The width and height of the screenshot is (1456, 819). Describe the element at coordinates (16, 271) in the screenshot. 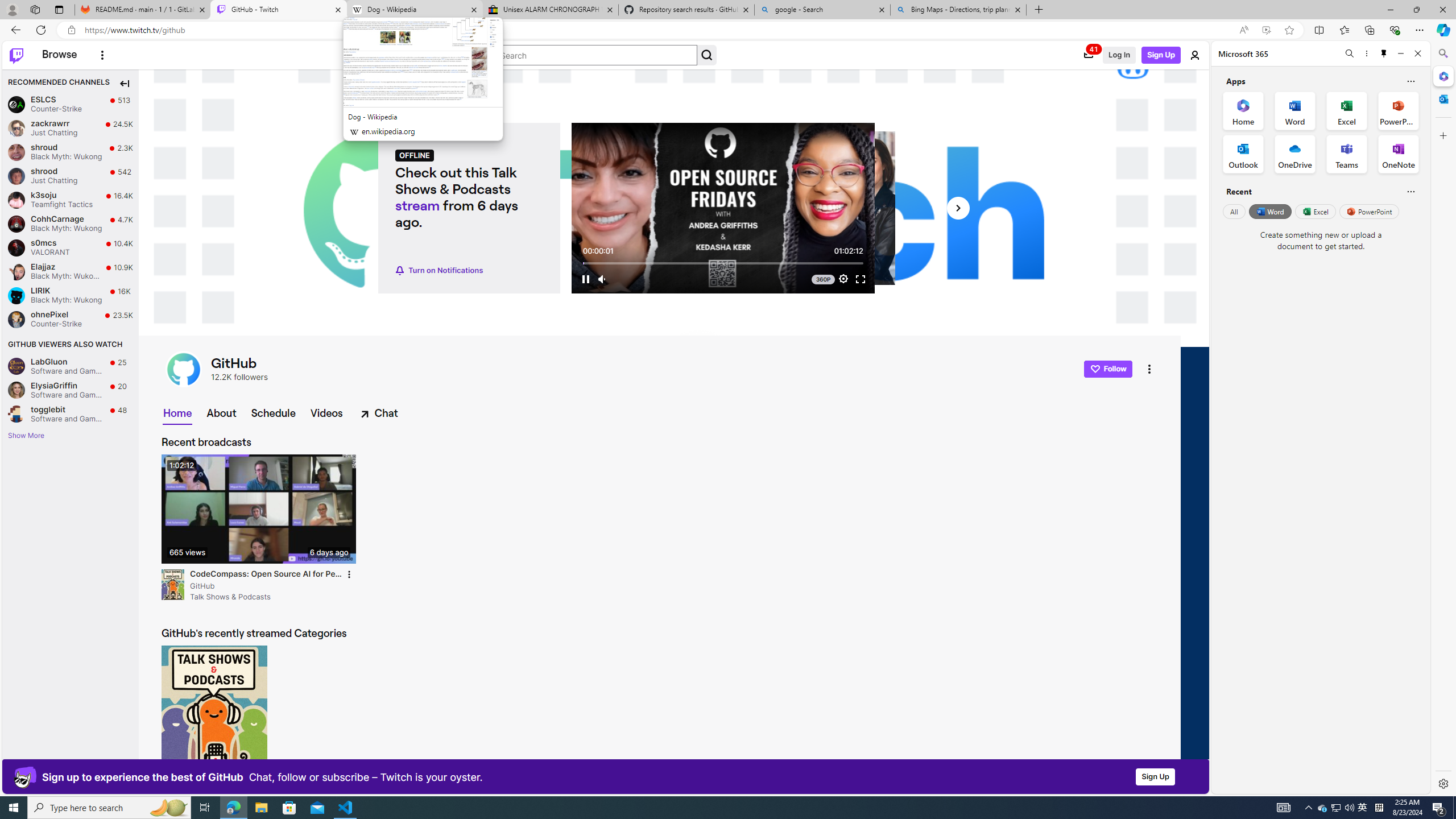

I see `'Elajjaz'` at that location.